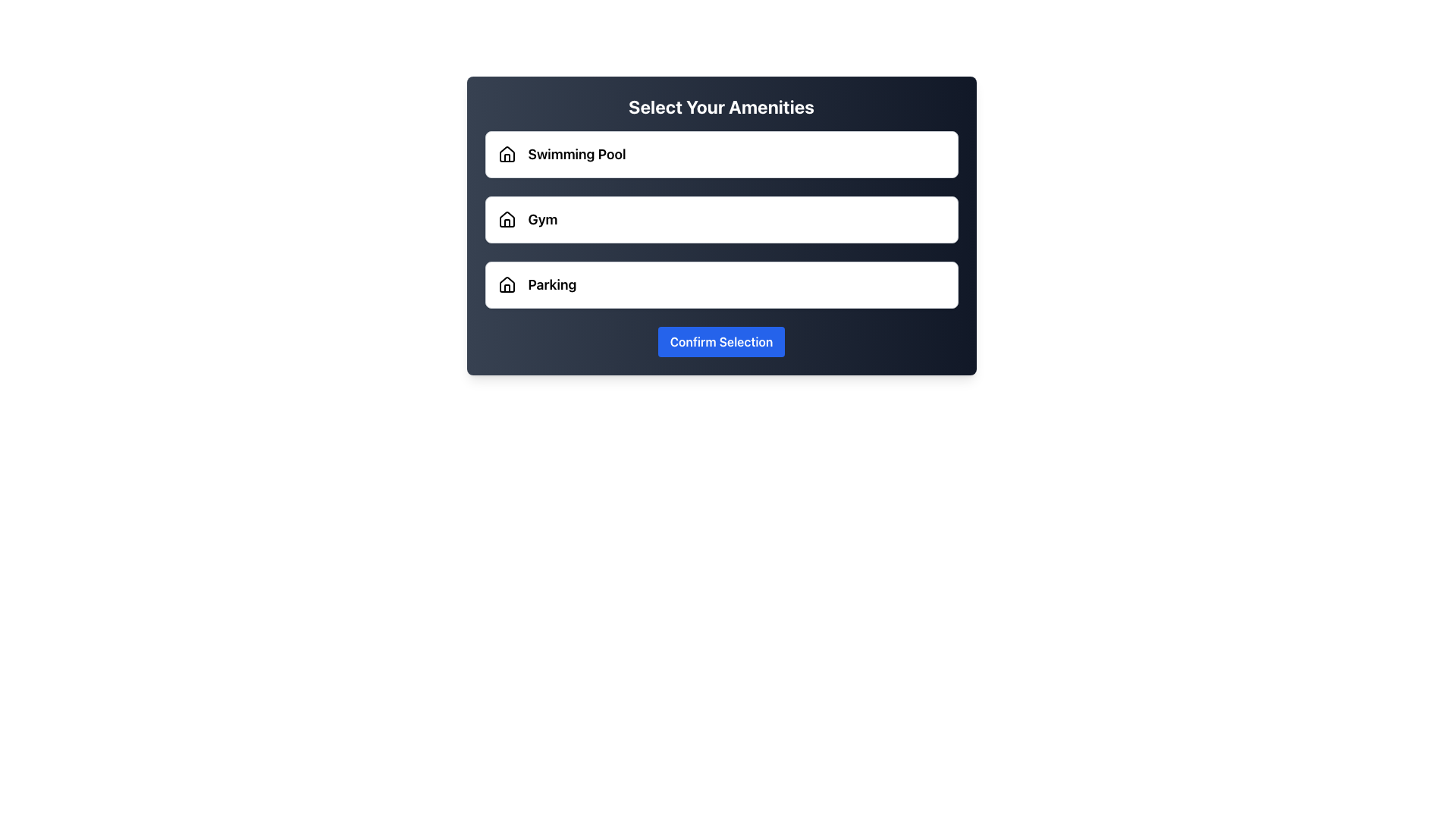  What do you see at coordinates (720, 284) in the screenshot?
I see `the 'Parking' option button, which is the third option` at bounding box center [720, 284].